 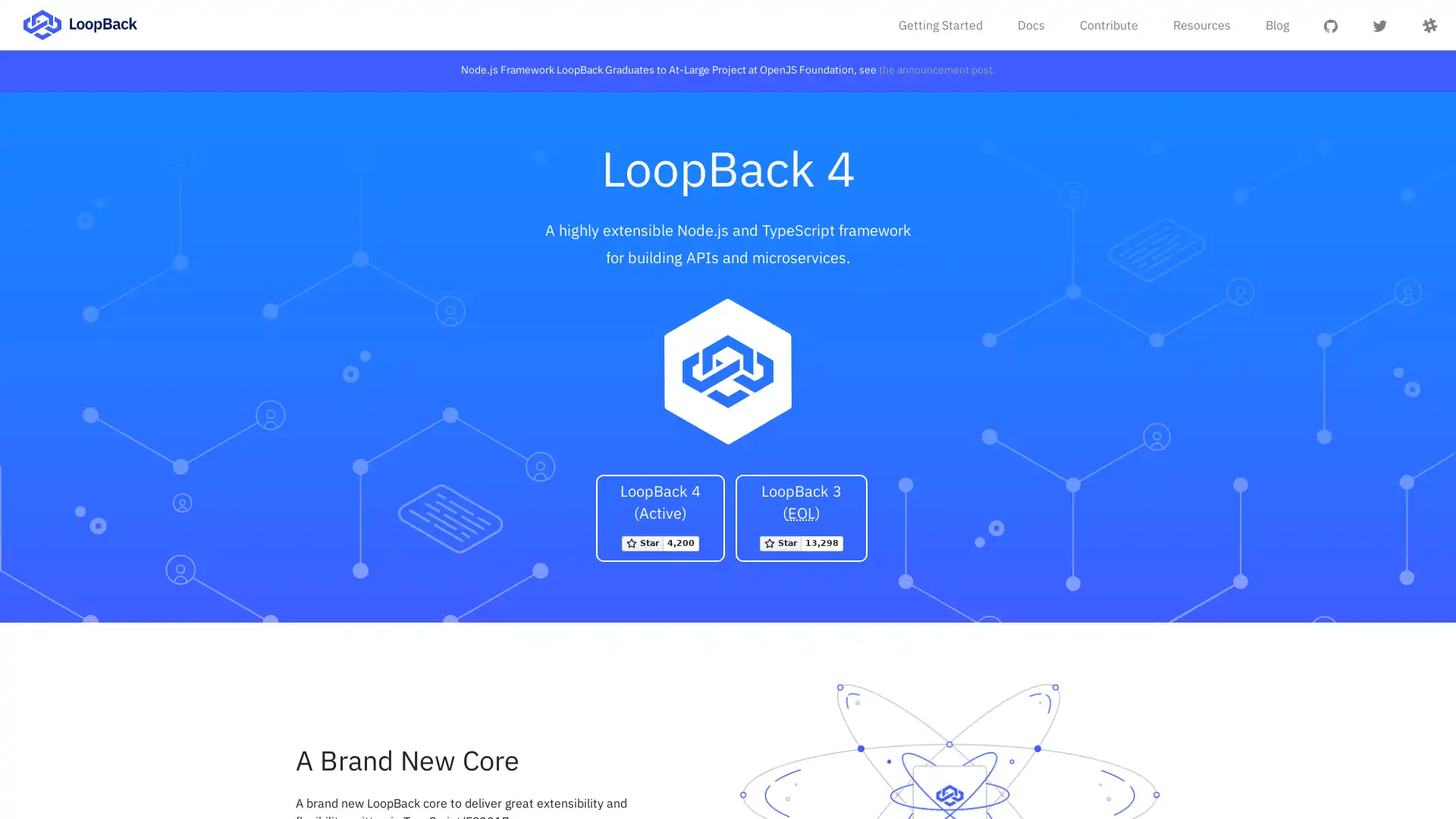 I want to click on LoopBack 4 (Active) Star loopbackio/loopback-next on GitHub 4200 stargazers on GitHub, so click(x=659, y=516).